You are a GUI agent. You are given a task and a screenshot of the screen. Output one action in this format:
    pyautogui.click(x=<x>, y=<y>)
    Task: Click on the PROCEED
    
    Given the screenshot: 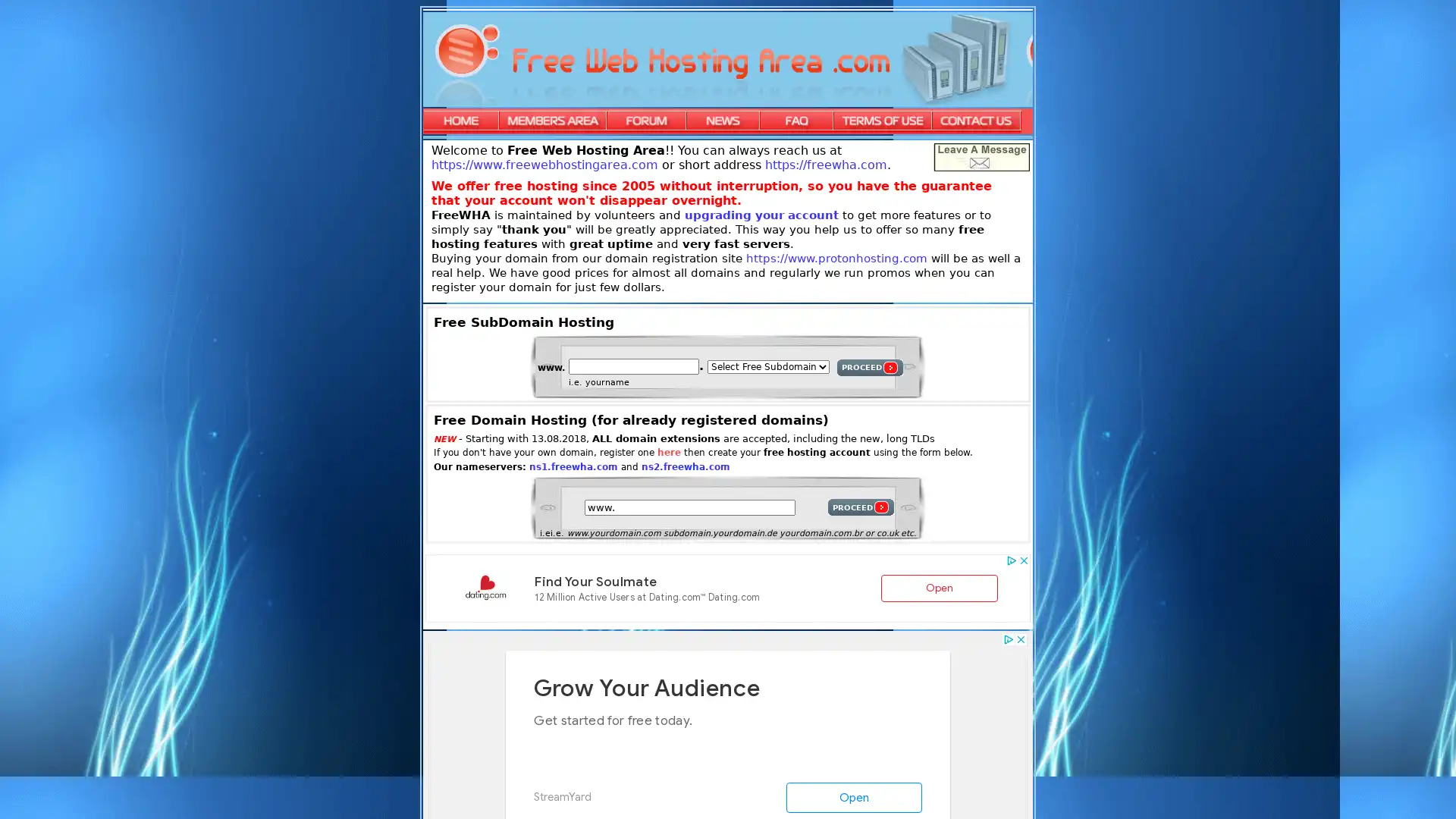 What is the action you would take?
    pyautogui.click(x=860, y=507)
    